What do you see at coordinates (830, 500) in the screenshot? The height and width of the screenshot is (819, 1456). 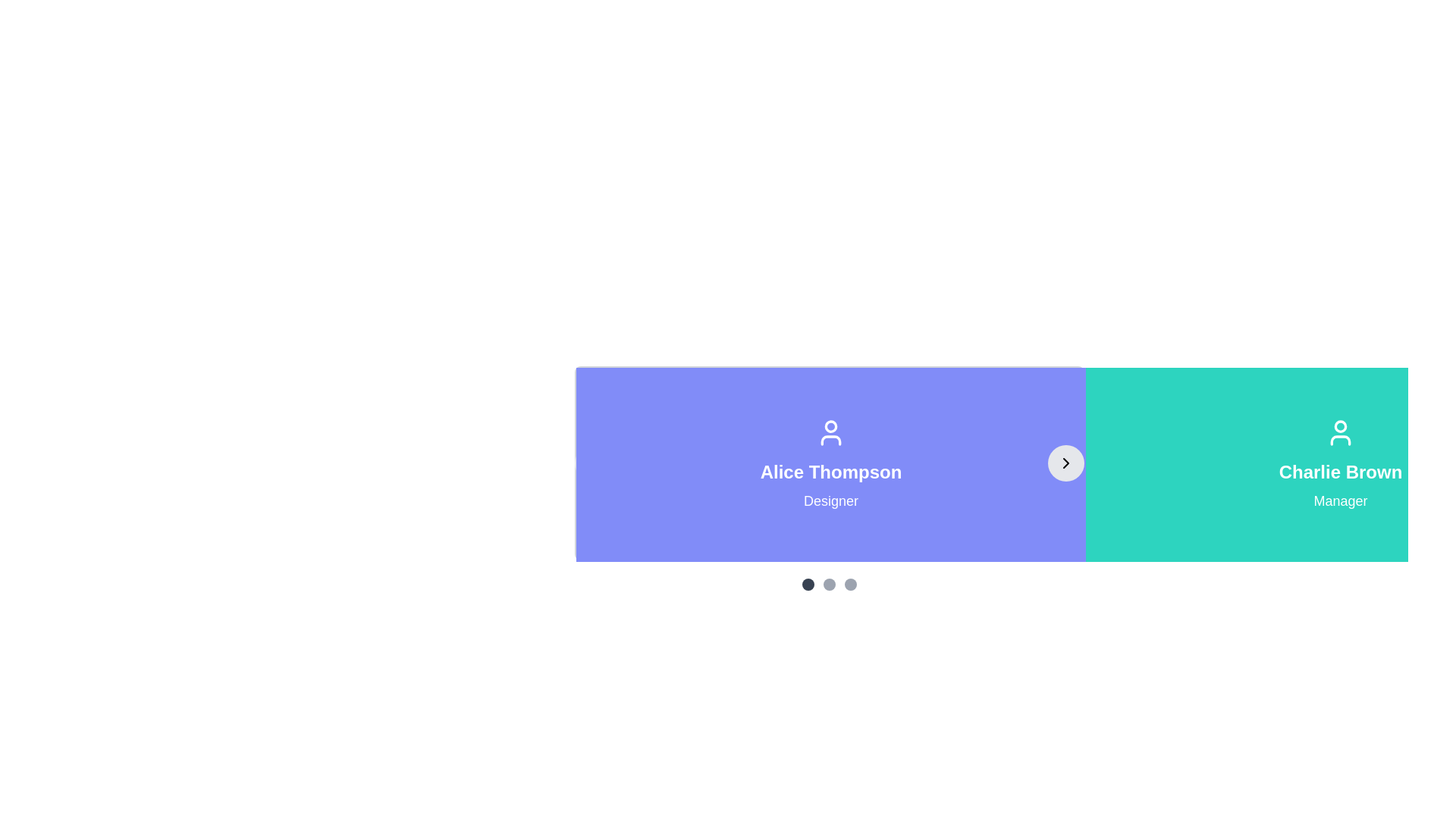 I see `the text 'Designer' displayed in a medium-sized, bold font with white color on a purple background, located in the lower section of the card titled 'Alice Thompson'` at bounding box center [830, 500].